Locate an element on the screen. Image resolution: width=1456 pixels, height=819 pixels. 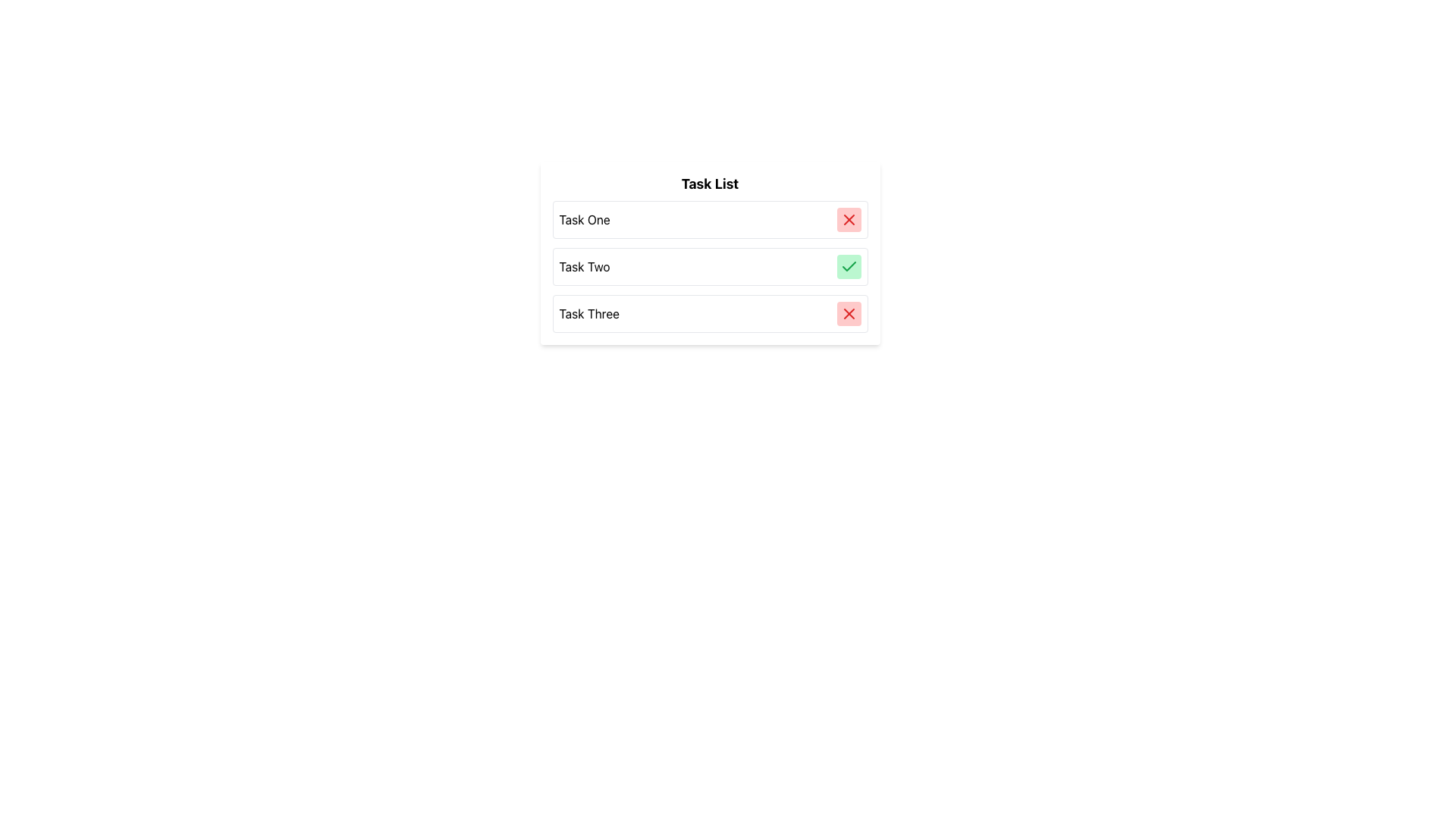
the delete button for 'Task One' using keyboard navigation is located at coordinates (848, 219).